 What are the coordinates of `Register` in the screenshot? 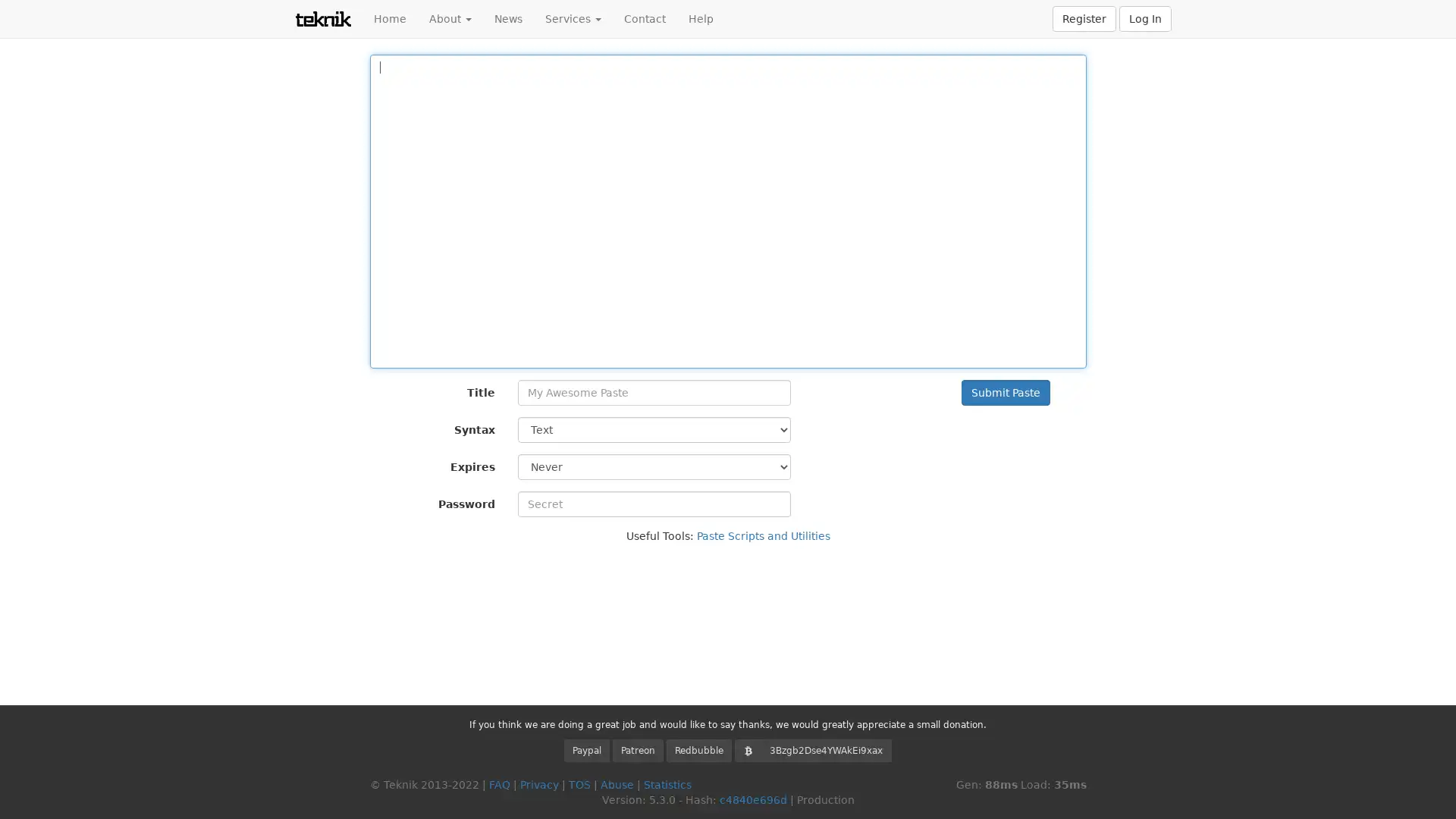 It's located at (1084, 18).